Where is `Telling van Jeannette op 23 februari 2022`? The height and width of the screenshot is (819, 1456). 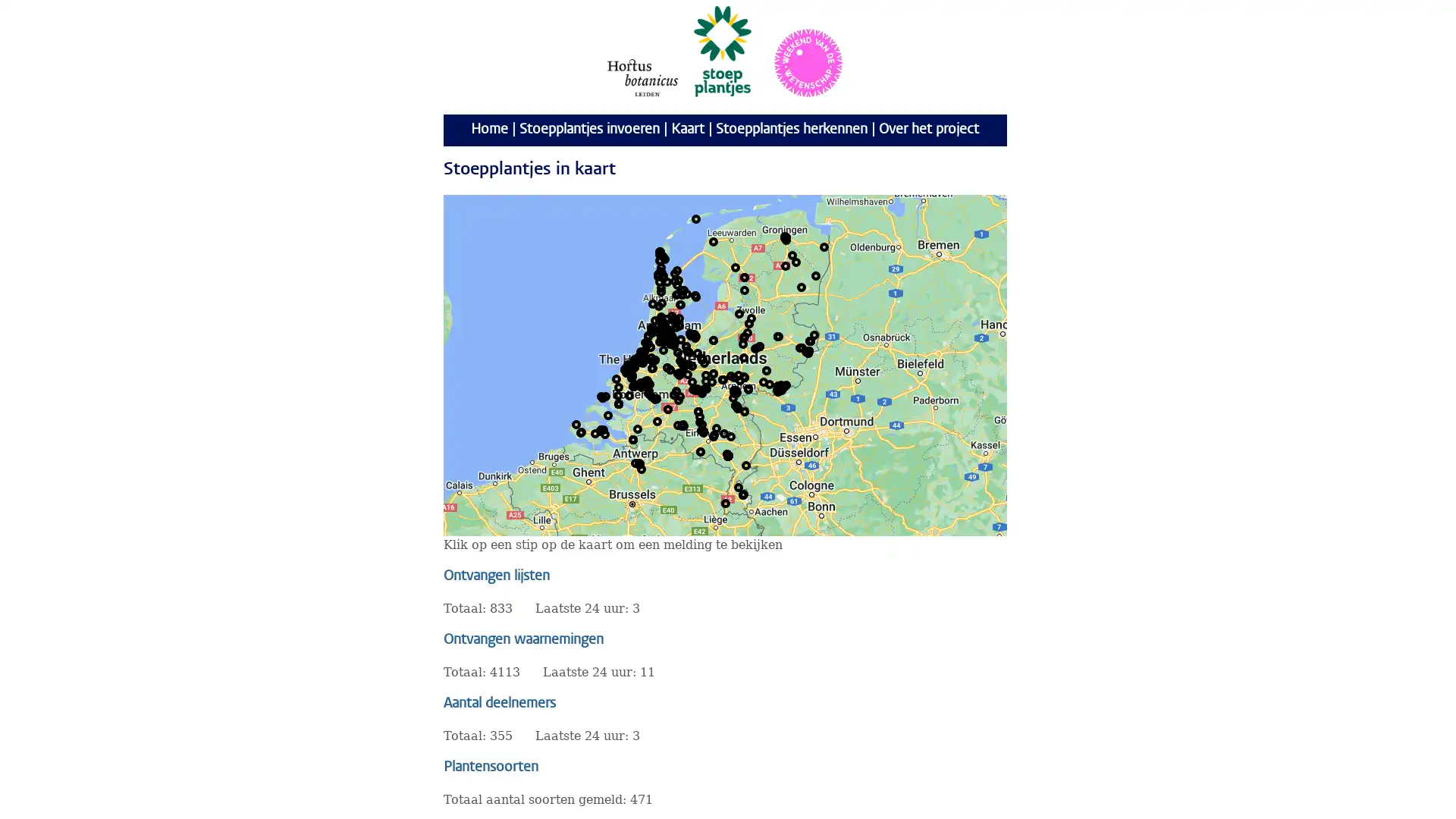
Telling van Jeannette op 23 februari 2022 is located at coordinates (630, 369).